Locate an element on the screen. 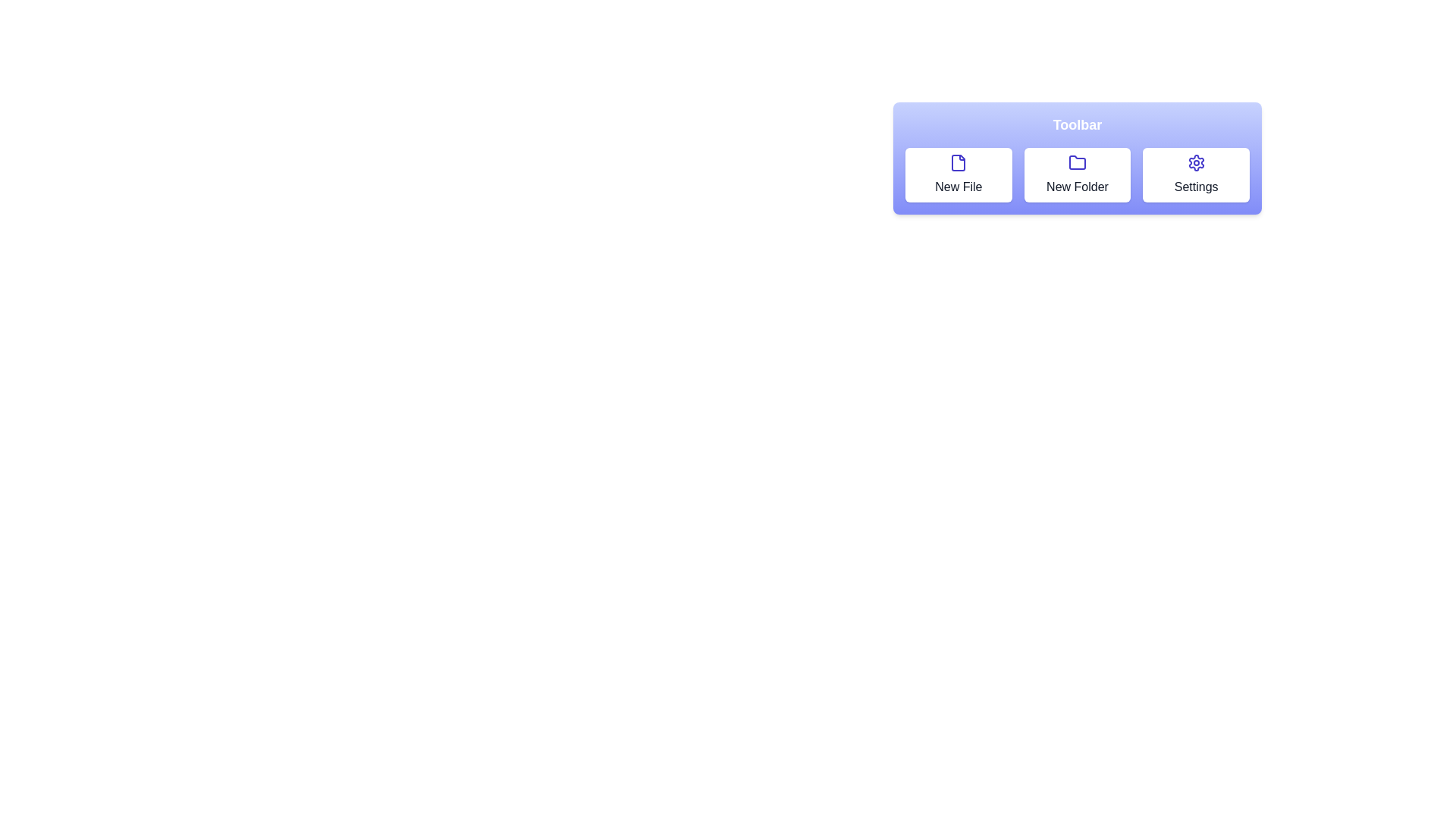  the 'New File' text label located within the button-like component on the leftmost side of the horizontal toolbar is located at coordinates (958, 186).